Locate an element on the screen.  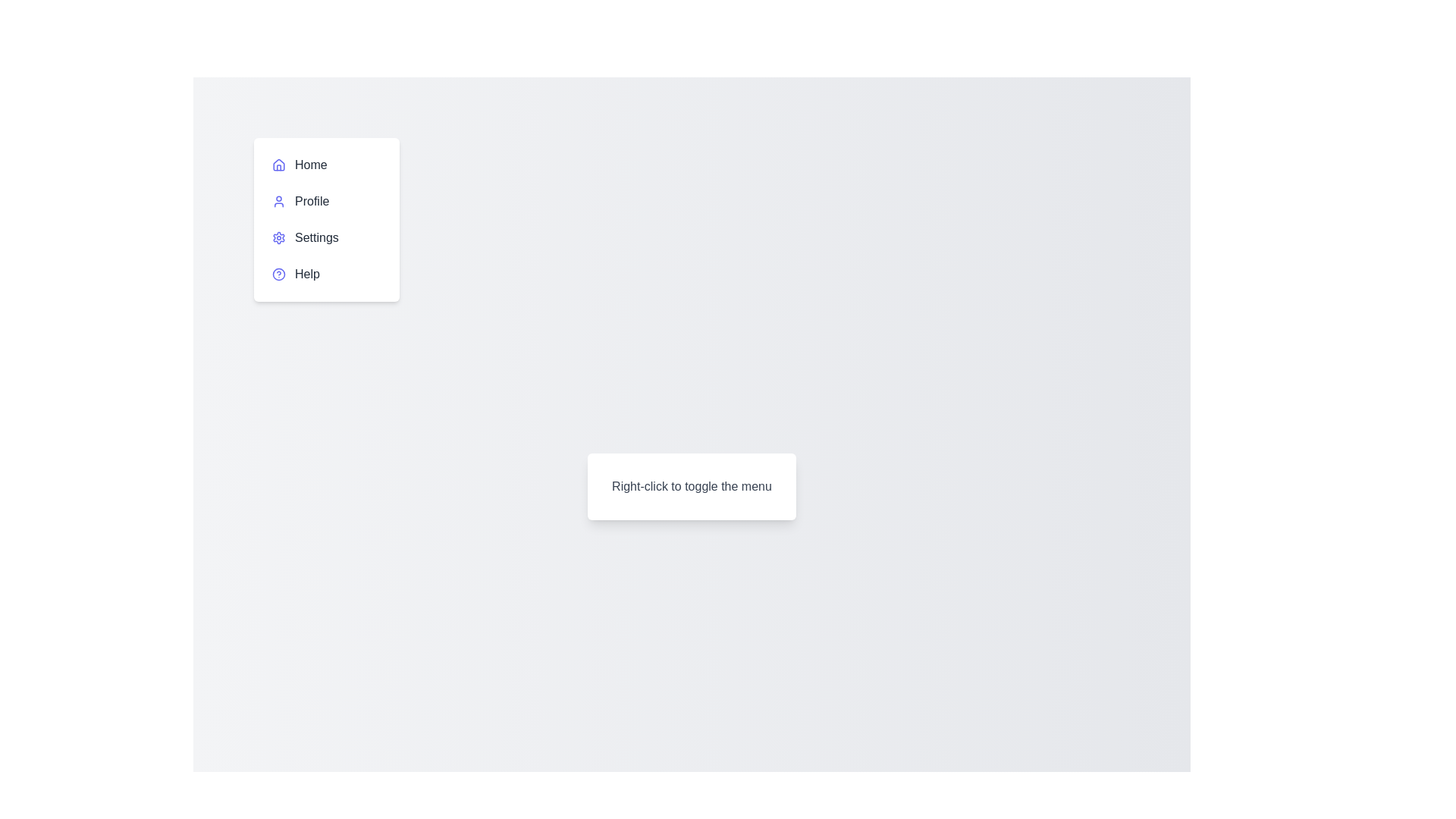
the menu item Help to highlight it is located at coordinates (326, 275).